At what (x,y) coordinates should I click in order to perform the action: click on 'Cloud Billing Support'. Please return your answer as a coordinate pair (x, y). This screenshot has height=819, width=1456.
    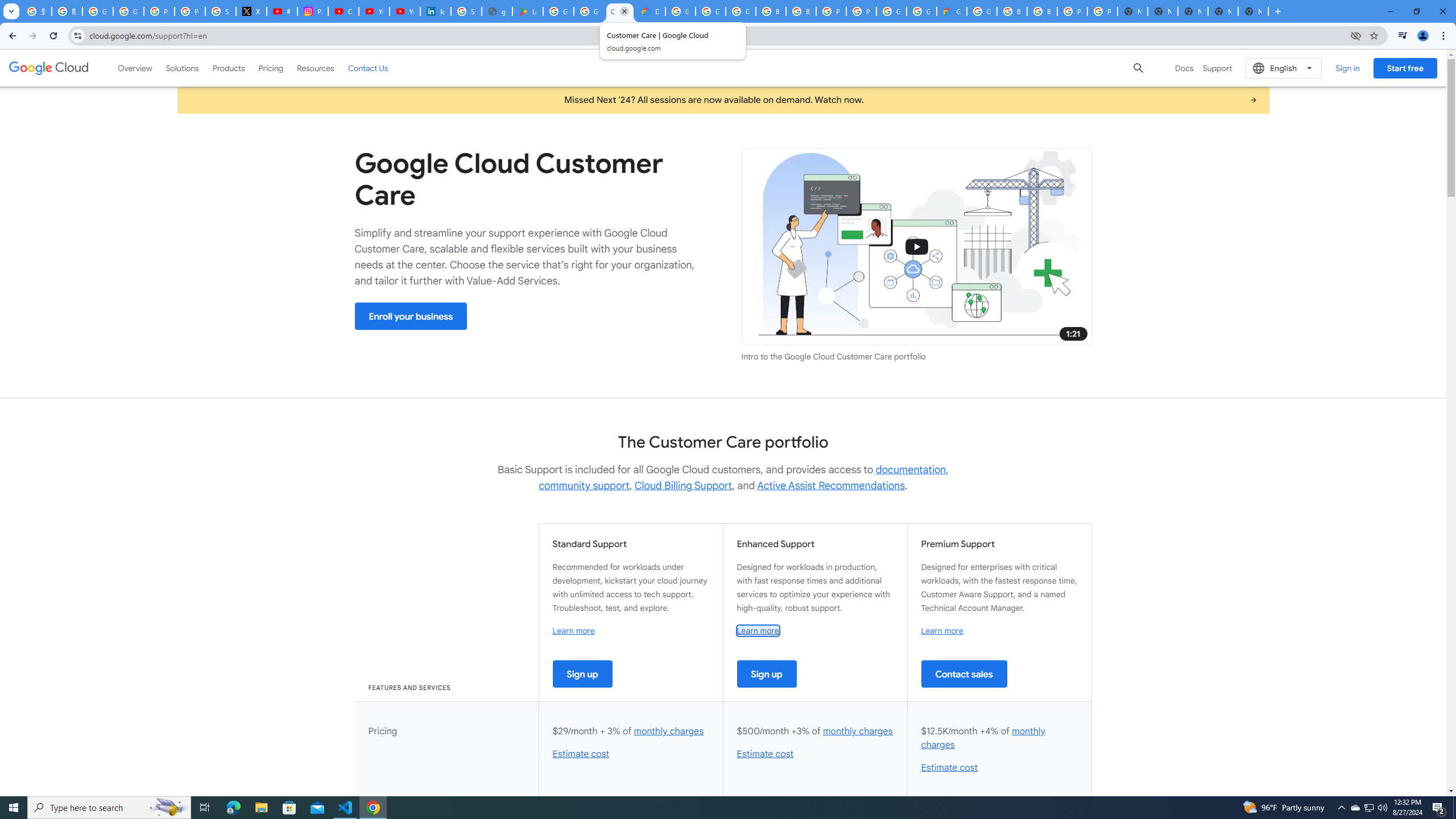
    Looking at the image, I should click on (682, 485).